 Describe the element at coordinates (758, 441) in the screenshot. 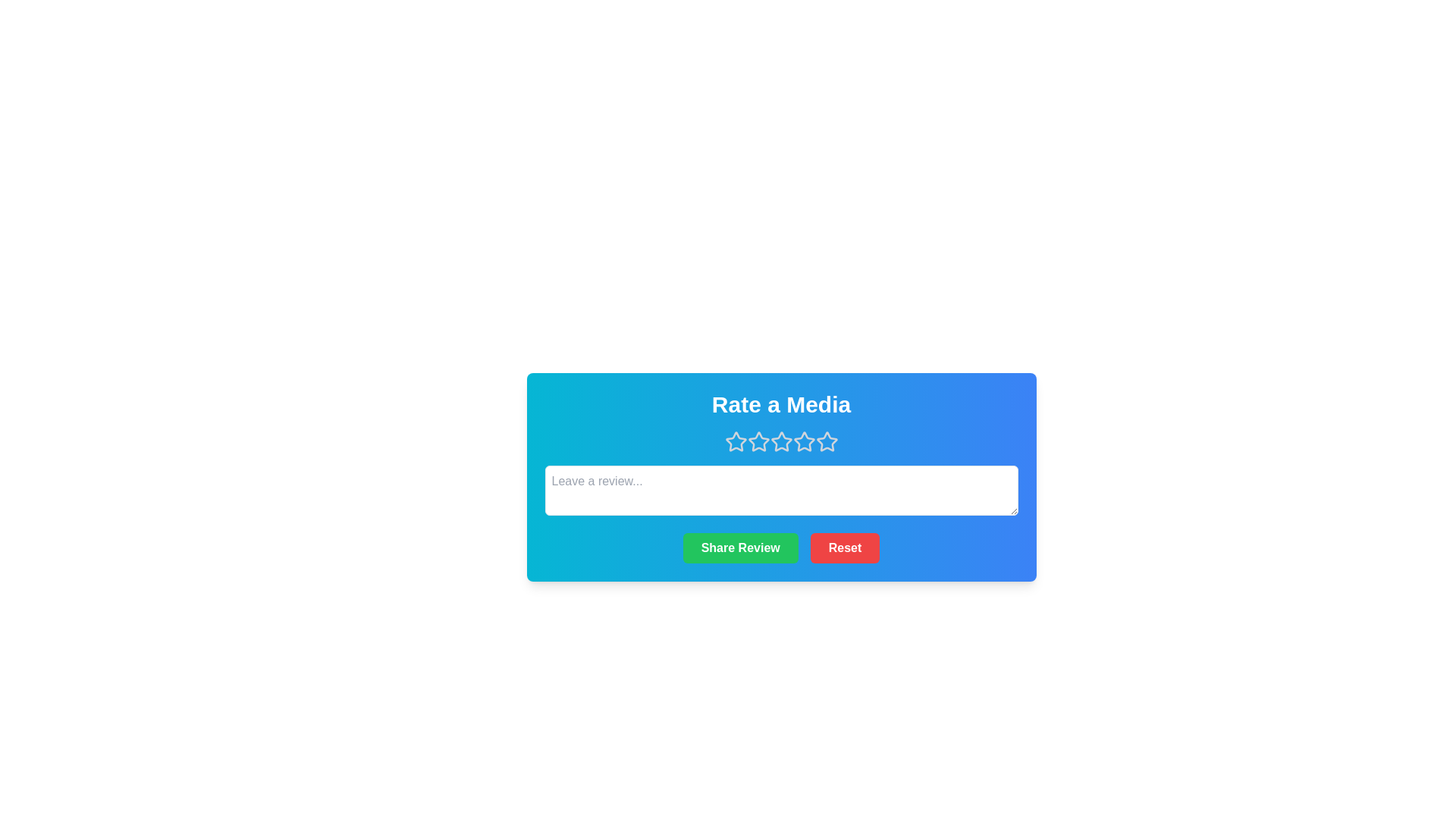

I see `the rating to 2 stars by clicking on the respective star` at that location.